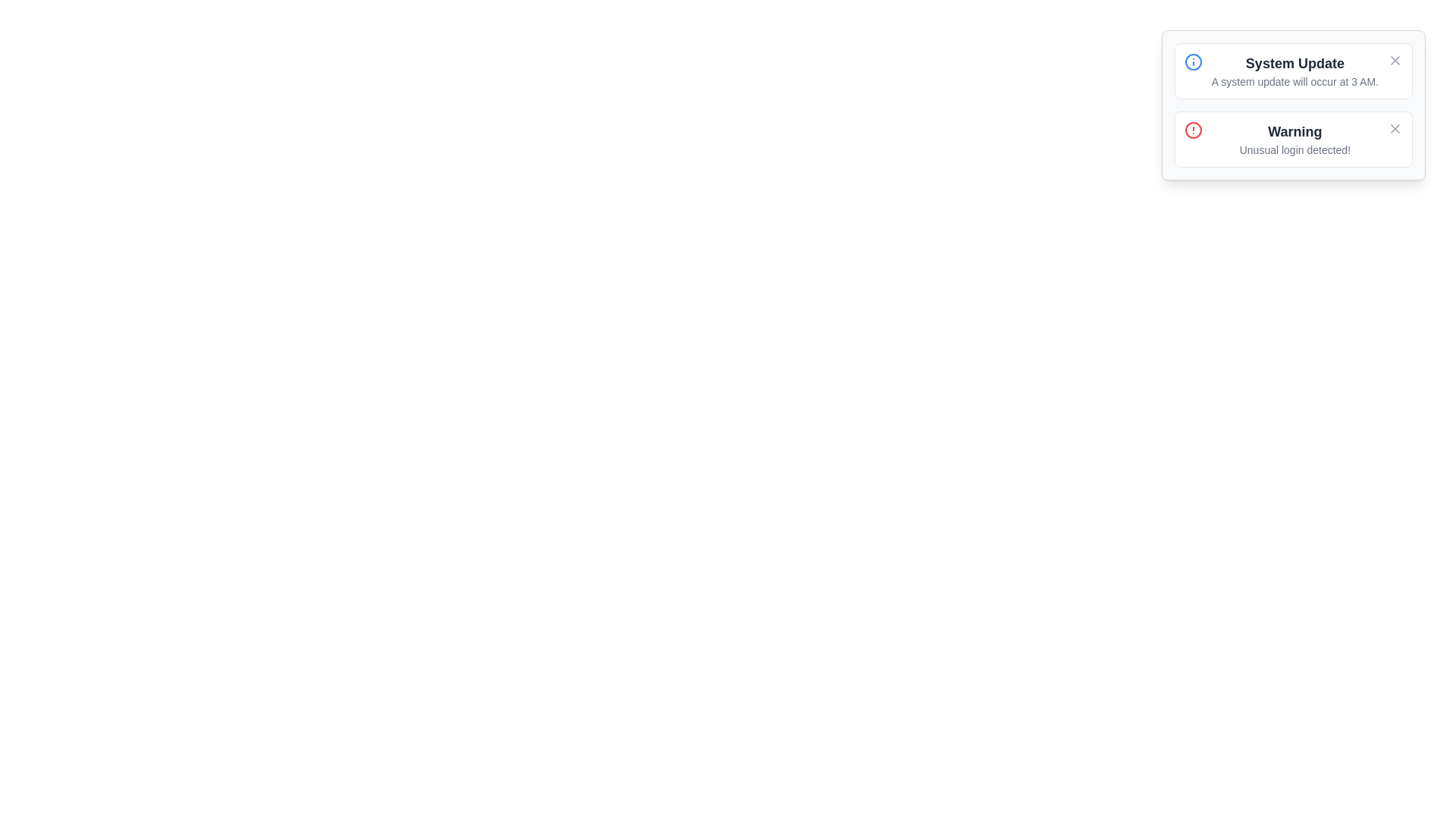  What do you see at coordinates (1192, 61) in the screenshot?
I see `central circular SVG graphic of the 'System Update' notification entry, which enhances the visual appeal of the icon` at bounding box center [1192, 61].